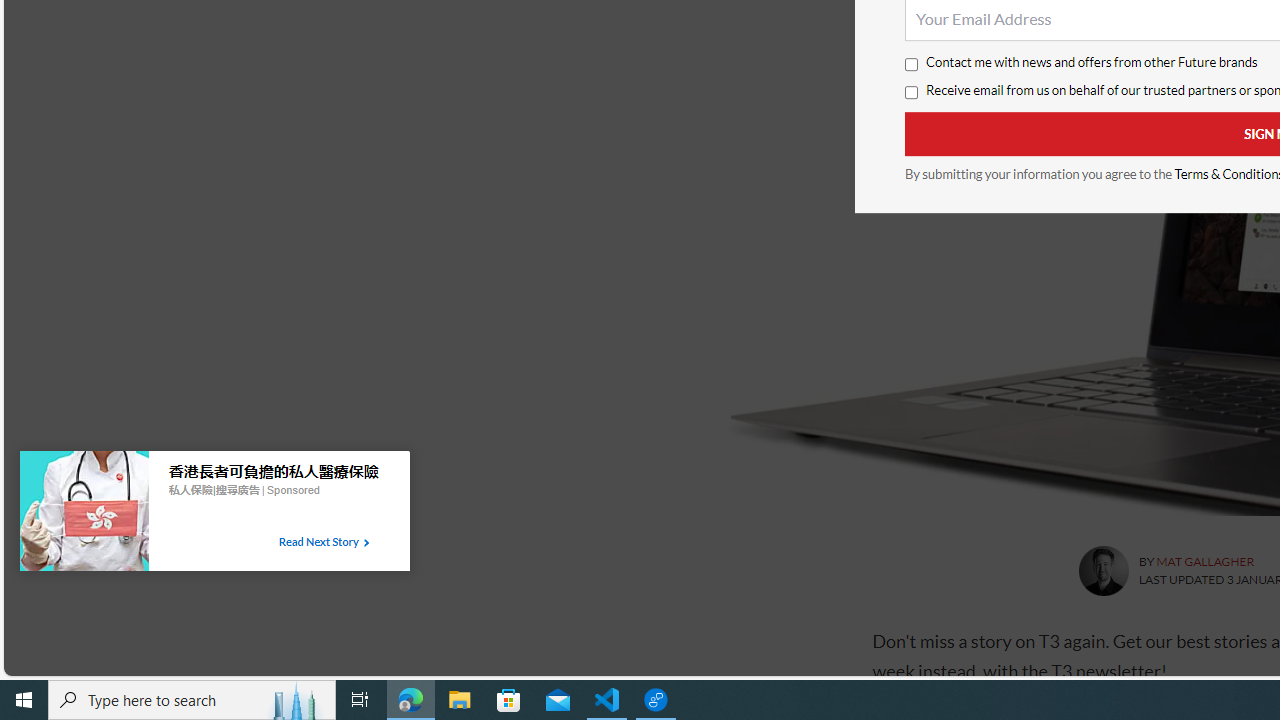 The image size is (1280, 720). I want to click on 'Class: tbl-arrow-icon arrow-2', so click(366, 543).